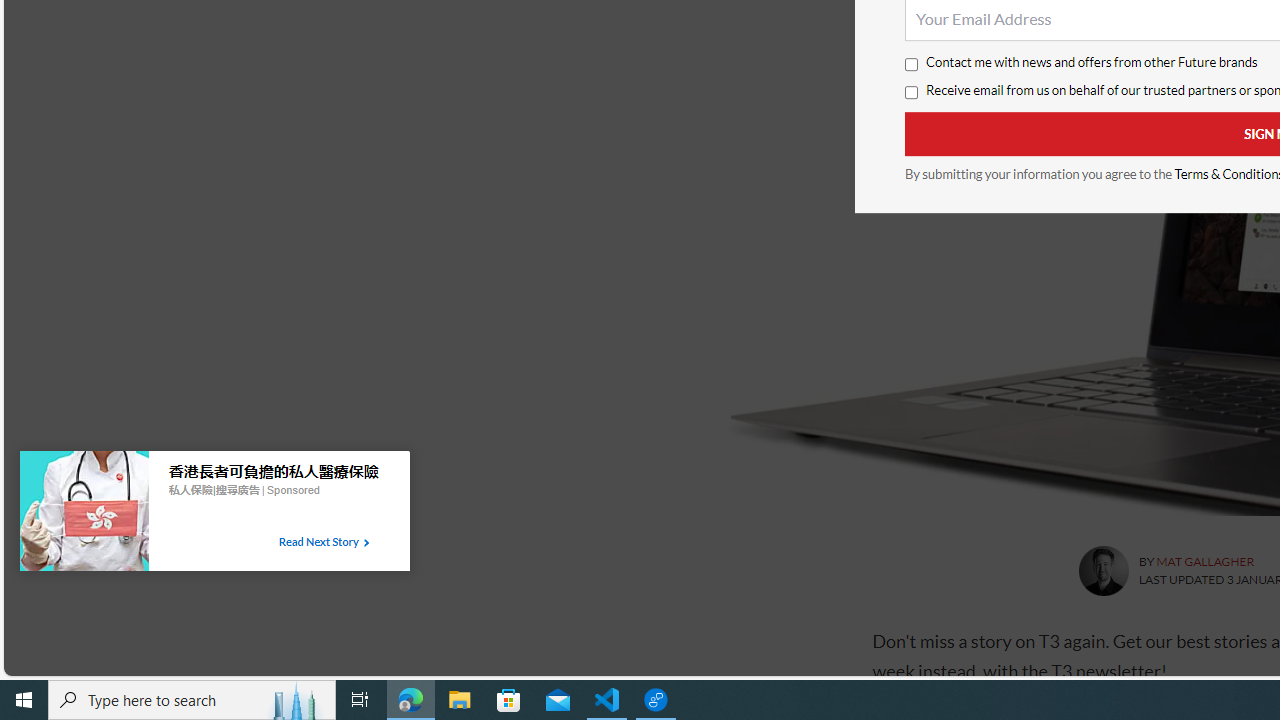 The image size is (1280, 720). I want to click on 'Class: tbl-arrow-icon arrow-2', so click(366, 543).